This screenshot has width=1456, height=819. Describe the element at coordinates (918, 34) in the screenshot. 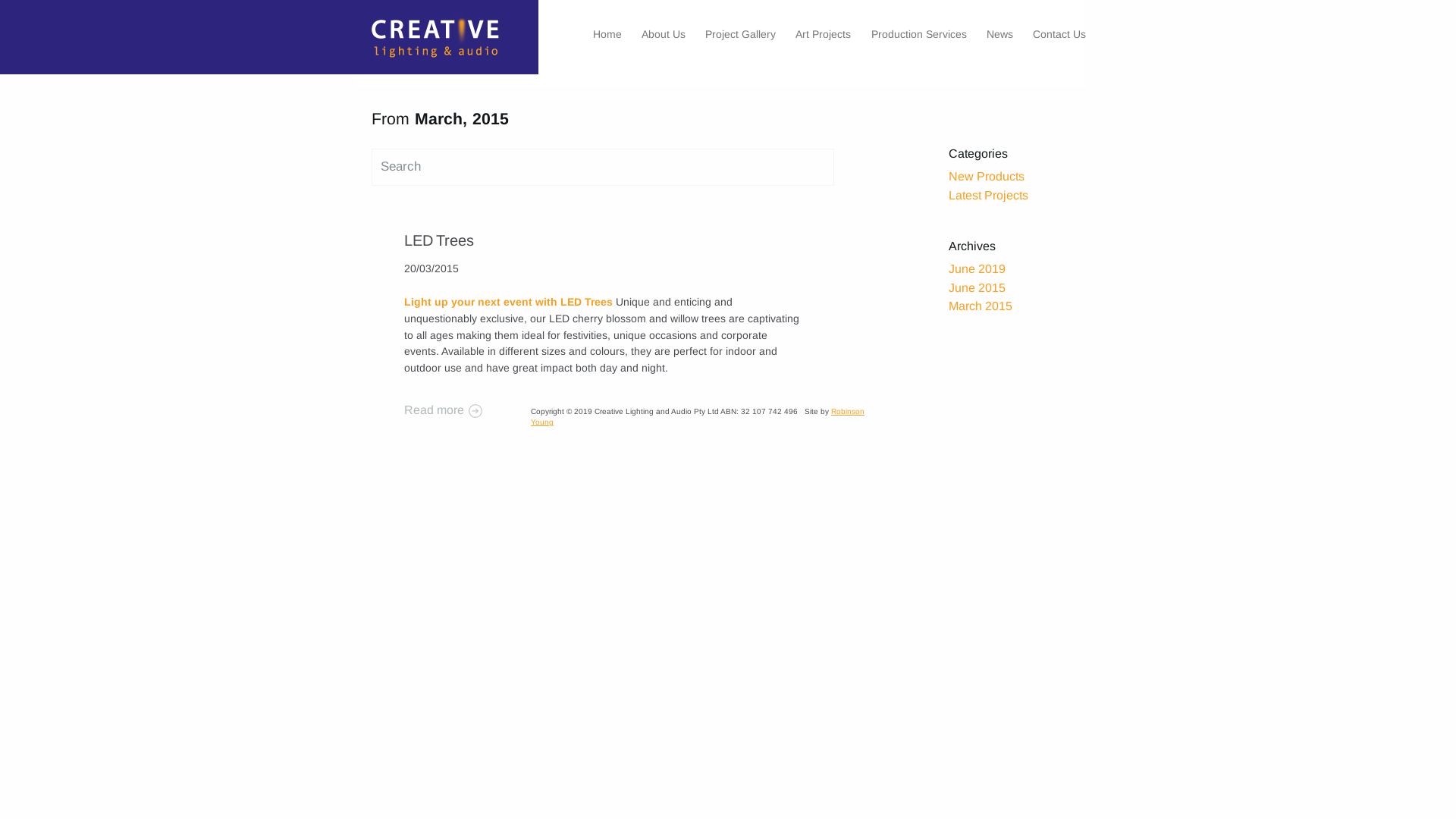

I see `'Production Services'` at that location.